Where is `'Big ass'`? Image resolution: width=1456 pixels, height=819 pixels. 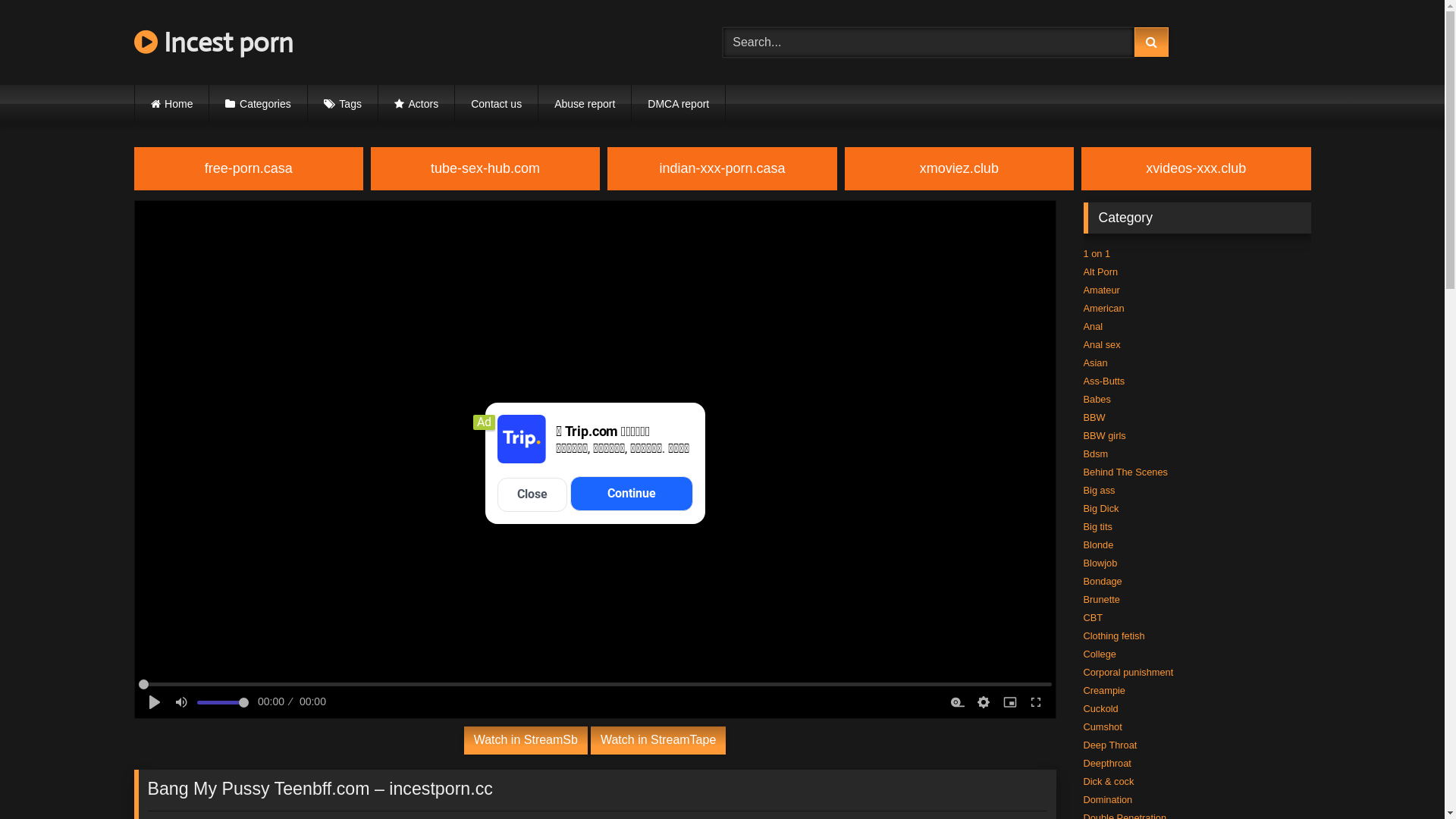
'Big ass' is located at coordinates (1082, 490).